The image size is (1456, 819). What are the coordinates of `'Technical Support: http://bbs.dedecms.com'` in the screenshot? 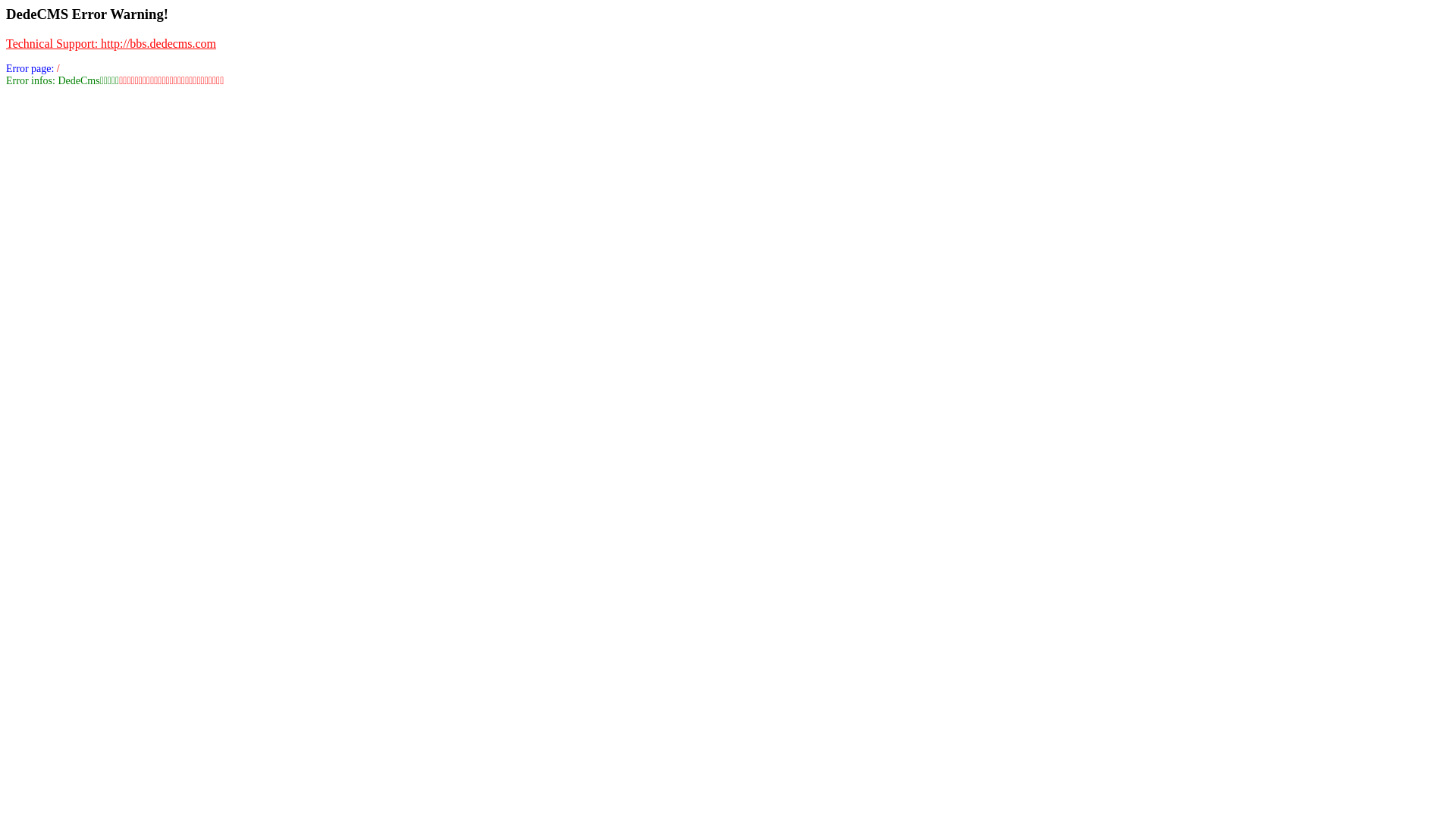 It's located at (110, 42).